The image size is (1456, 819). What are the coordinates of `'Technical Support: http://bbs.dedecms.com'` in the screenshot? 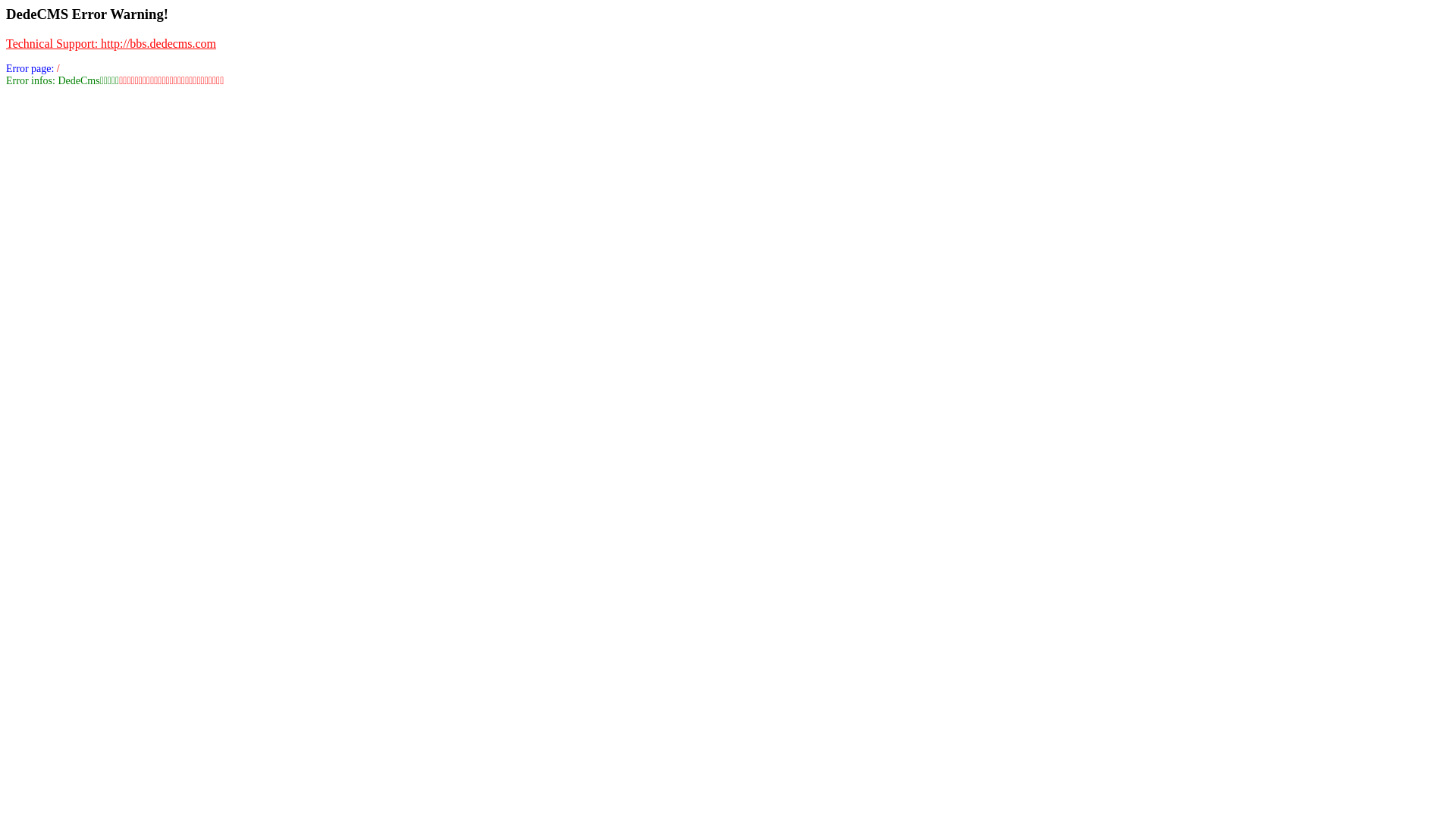 It's located at (110, 42).